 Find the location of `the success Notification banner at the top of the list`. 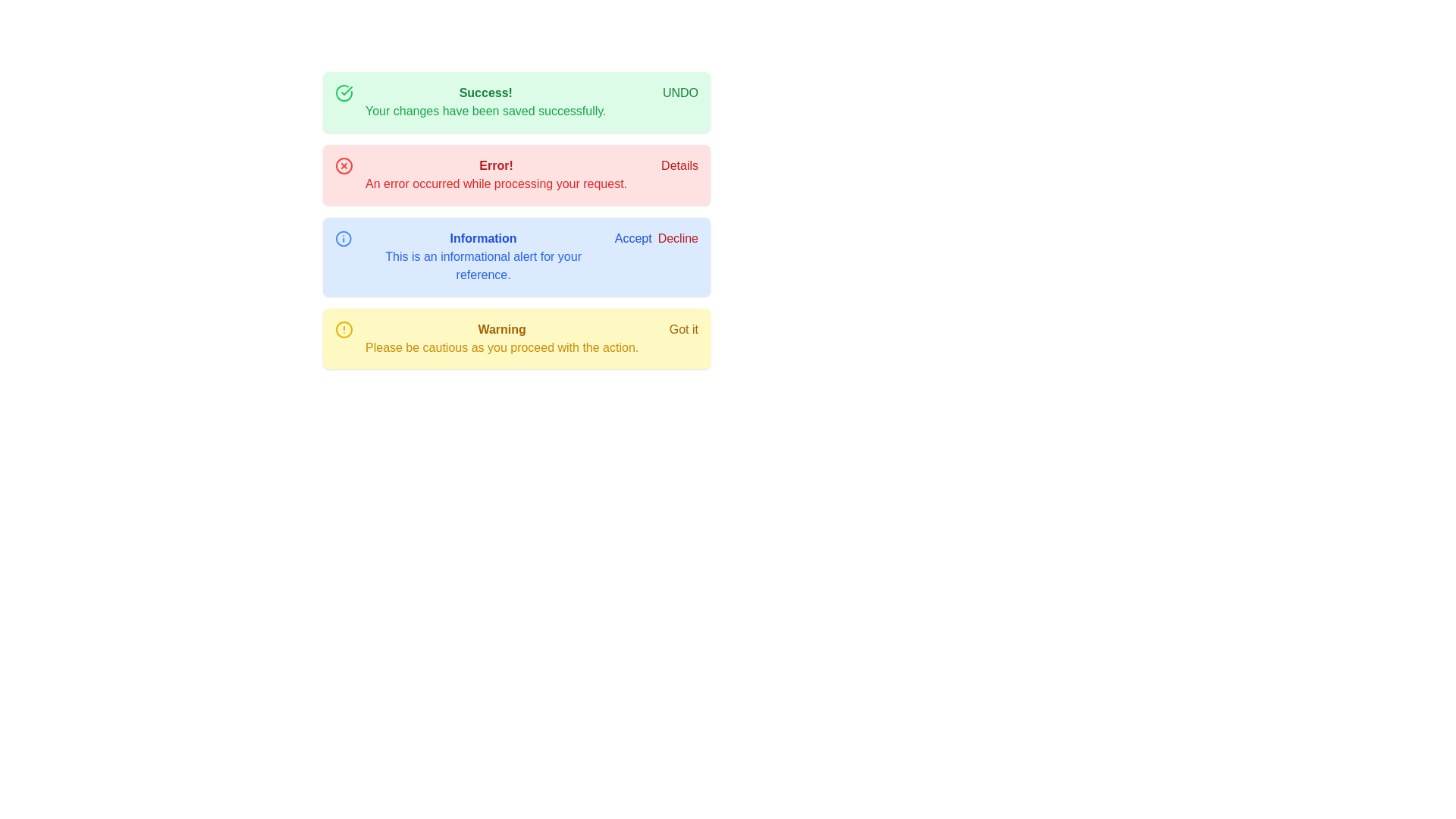

the success Notification banner at the top of the list is located at coordinates (516, 102).